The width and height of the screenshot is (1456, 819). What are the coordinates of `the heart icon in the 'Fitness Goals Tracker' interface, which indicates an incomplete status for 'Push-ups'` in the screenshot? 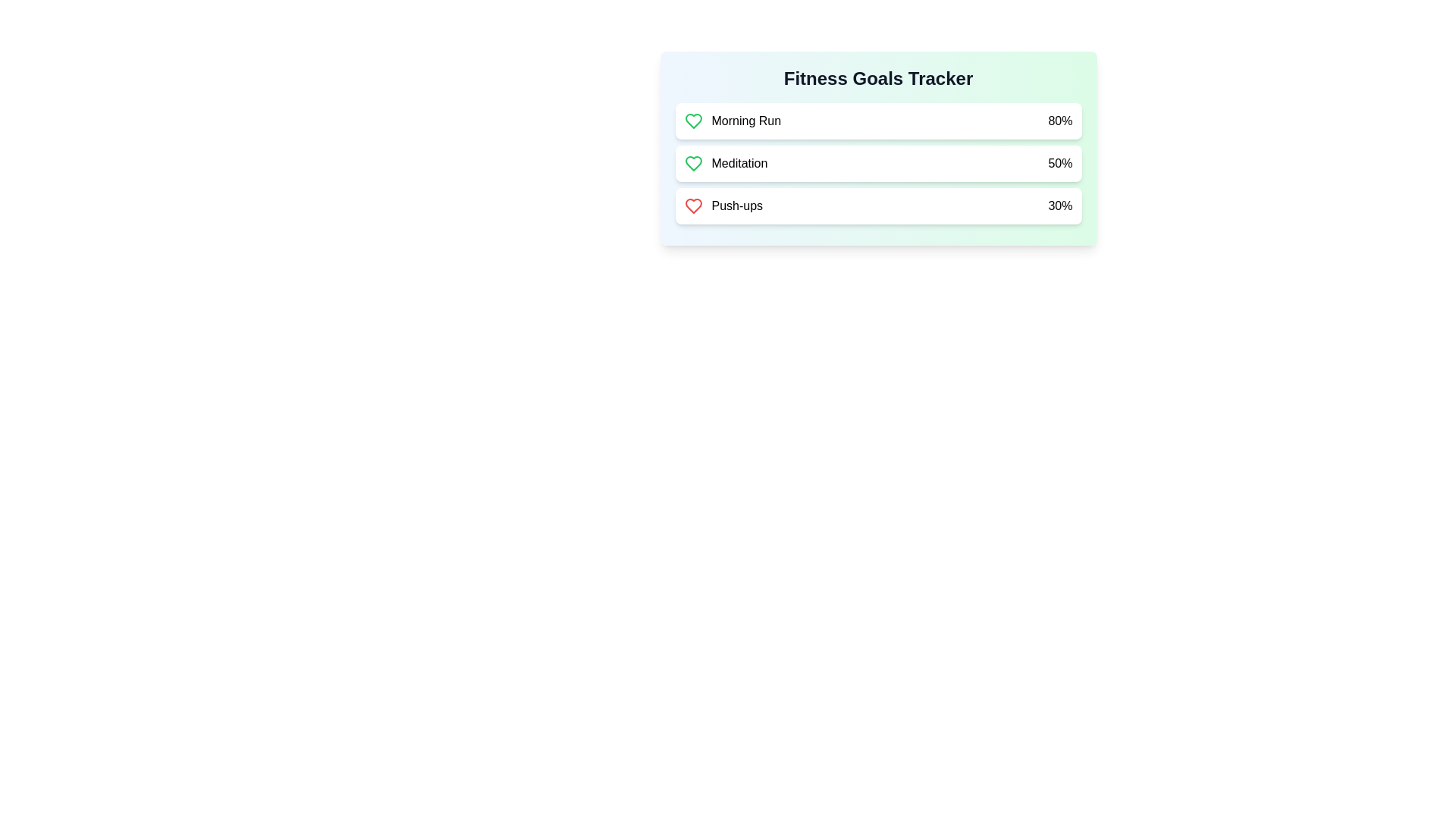 It's located at (692, 206).